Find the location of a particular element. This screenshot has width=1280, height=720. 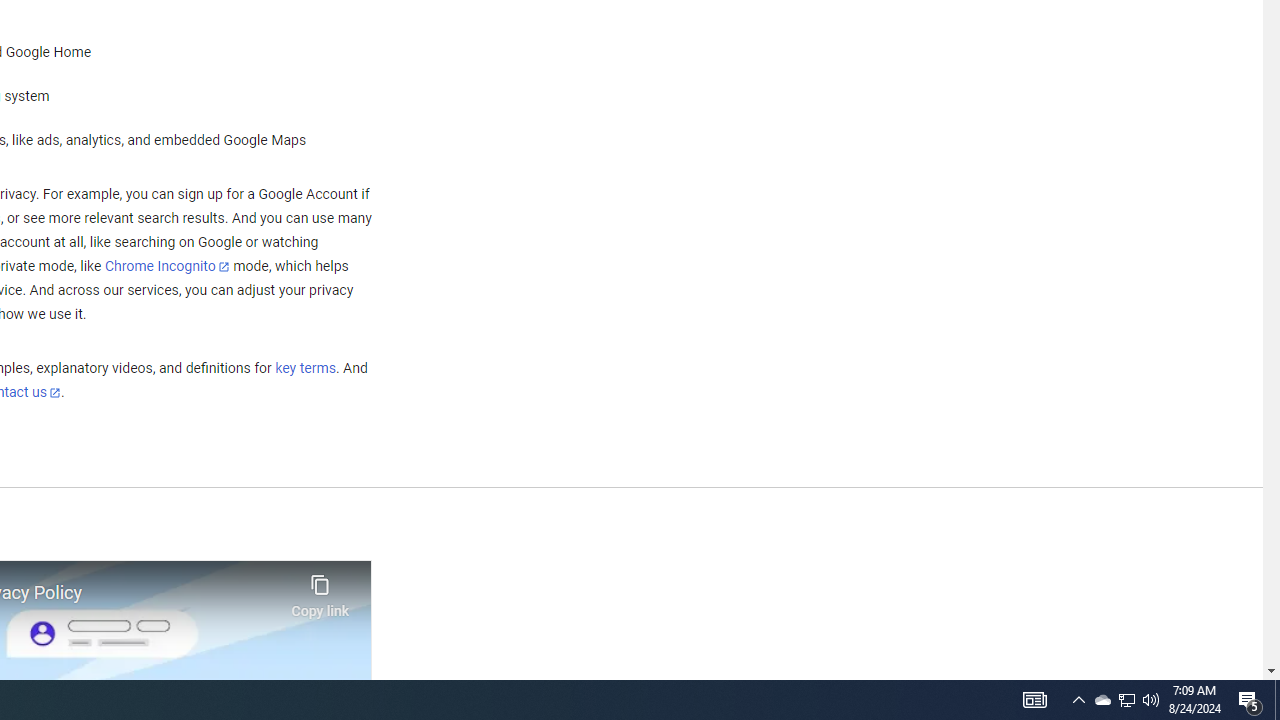

'Copy link' is located at coordinates (320, 590).